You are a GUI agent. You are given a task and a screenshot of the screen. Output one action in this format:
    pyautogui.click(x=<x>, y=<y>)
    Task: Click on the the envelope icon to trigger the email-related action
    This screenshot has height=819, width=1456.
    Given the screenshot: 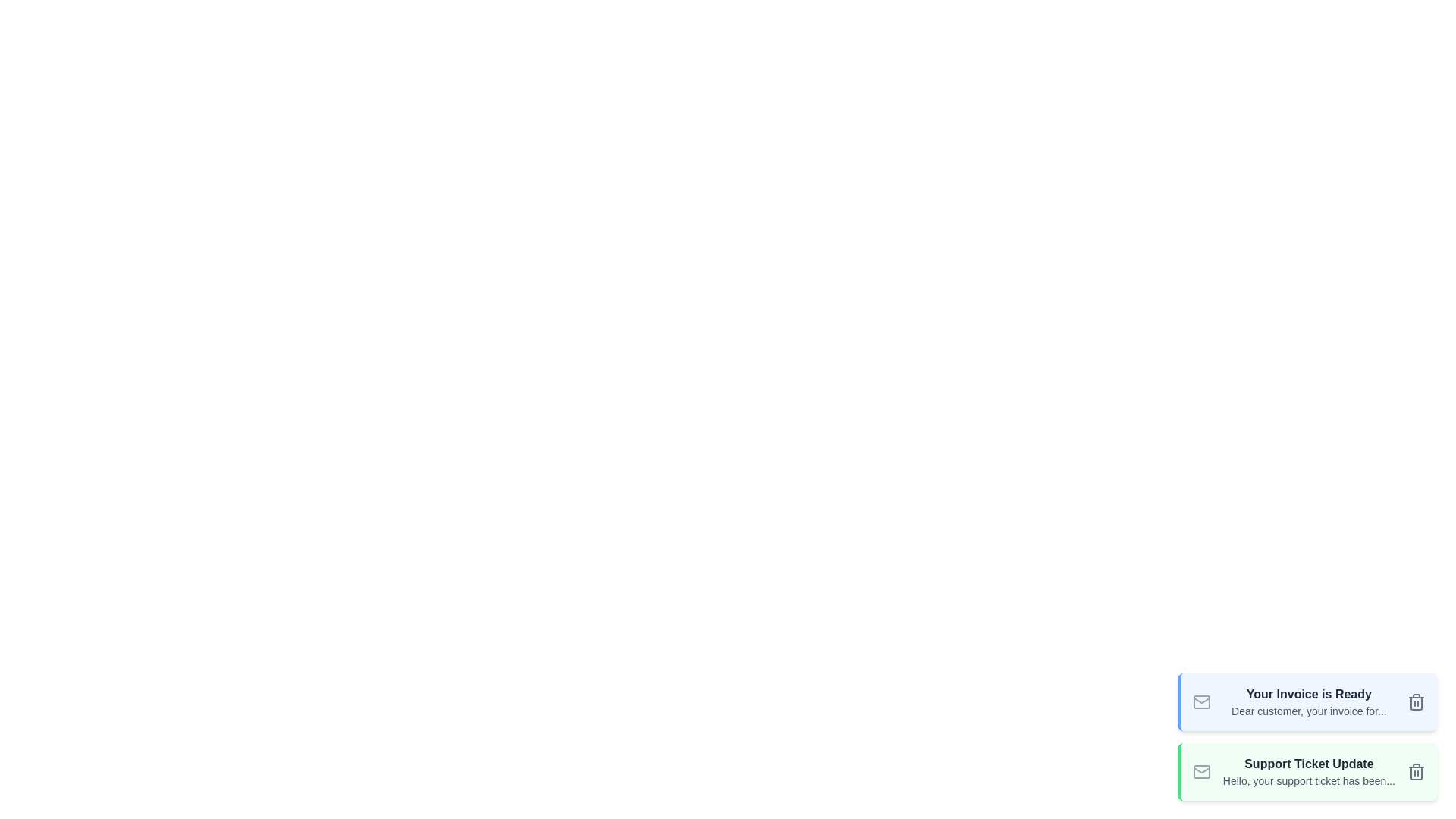 What is the action you would take?
    pyautogui.click(x=1200, y=701)
    